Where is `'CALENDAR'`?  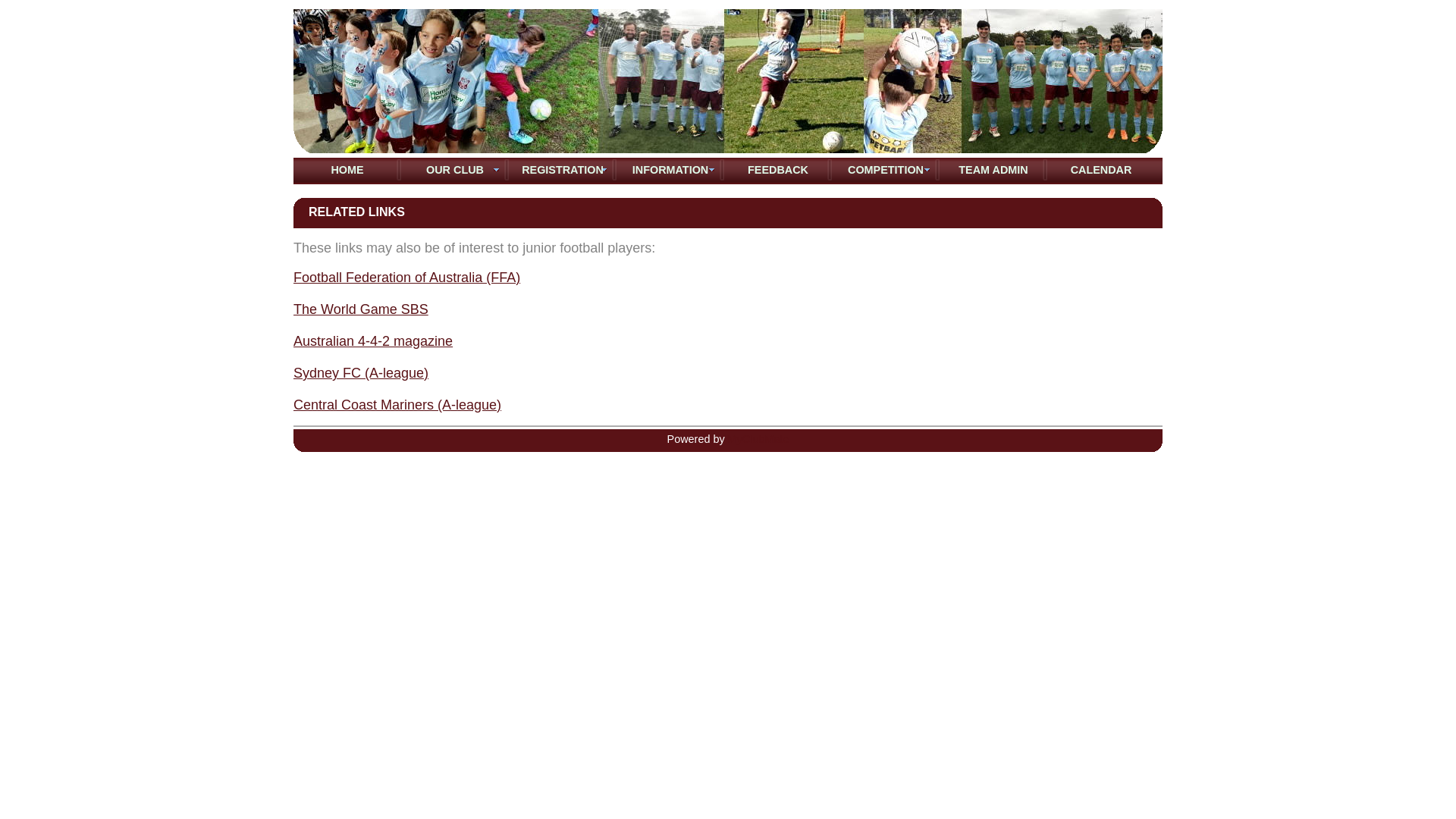 'CALENDAR' is located at coordinates (1046, 169).